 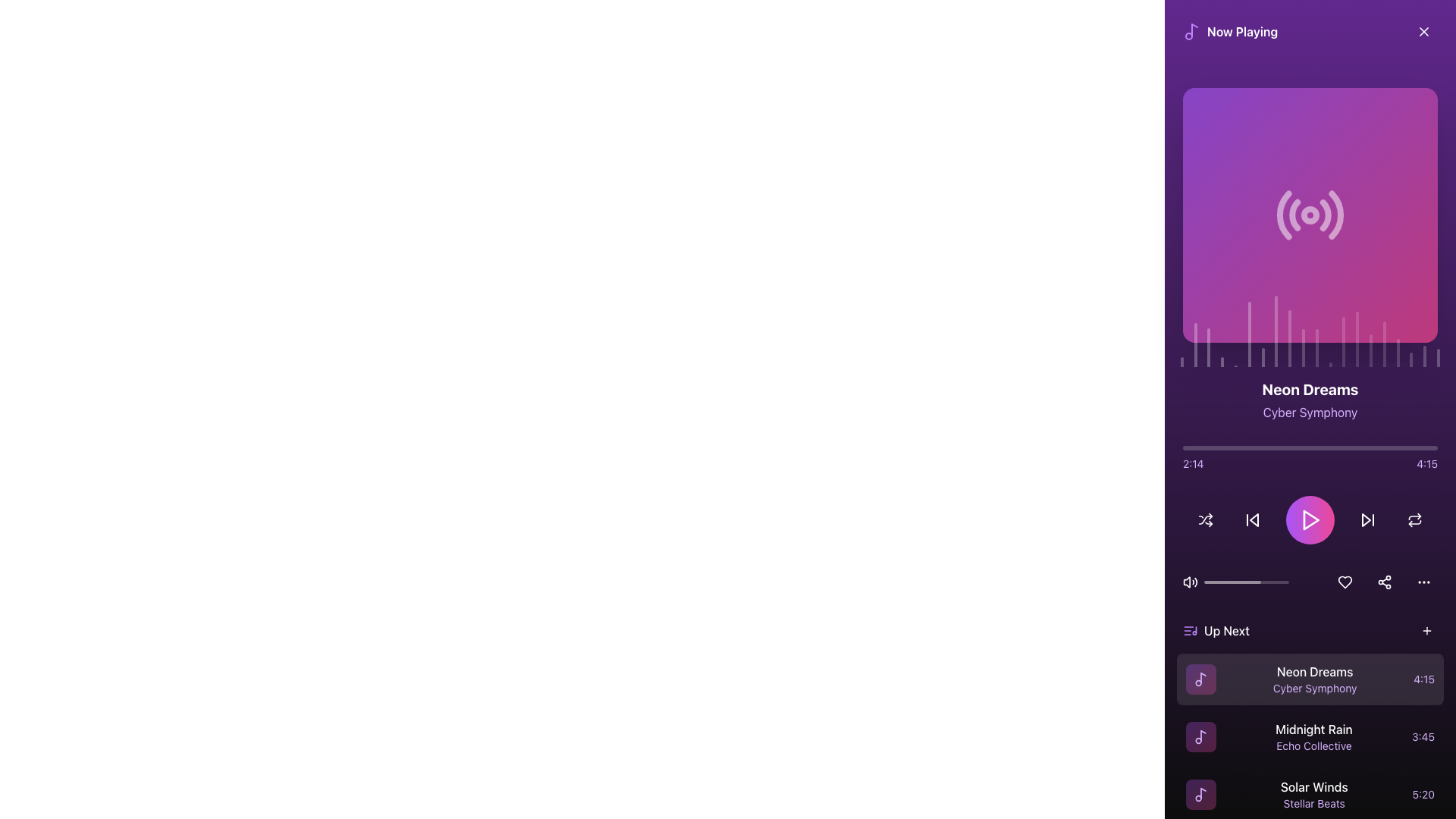 I want to click on the shuffle icon located in the control bar of the music player interface, so click(x=1204, y=519).